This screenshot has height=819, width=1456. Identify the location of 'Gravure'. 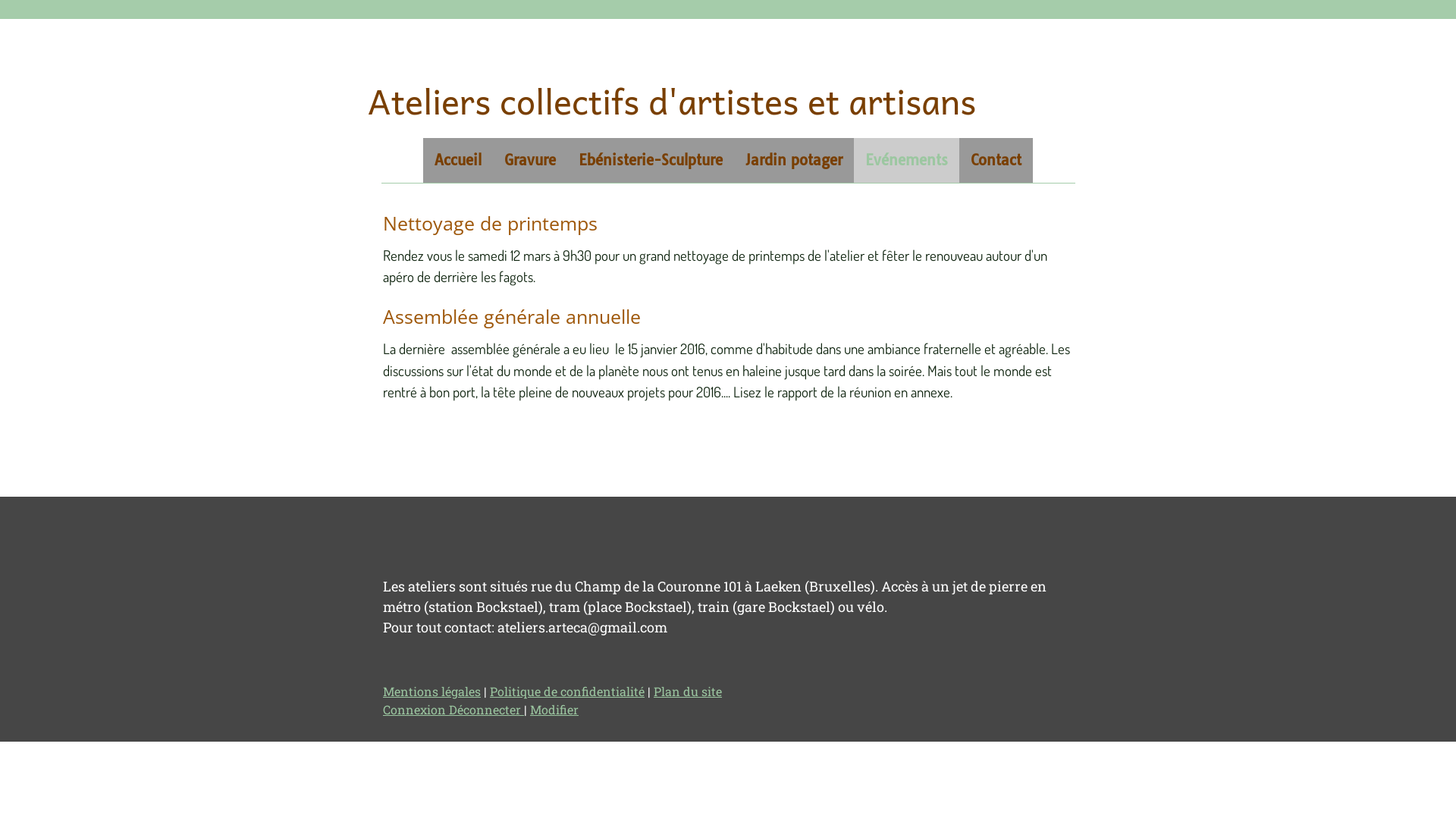
(530, 160).